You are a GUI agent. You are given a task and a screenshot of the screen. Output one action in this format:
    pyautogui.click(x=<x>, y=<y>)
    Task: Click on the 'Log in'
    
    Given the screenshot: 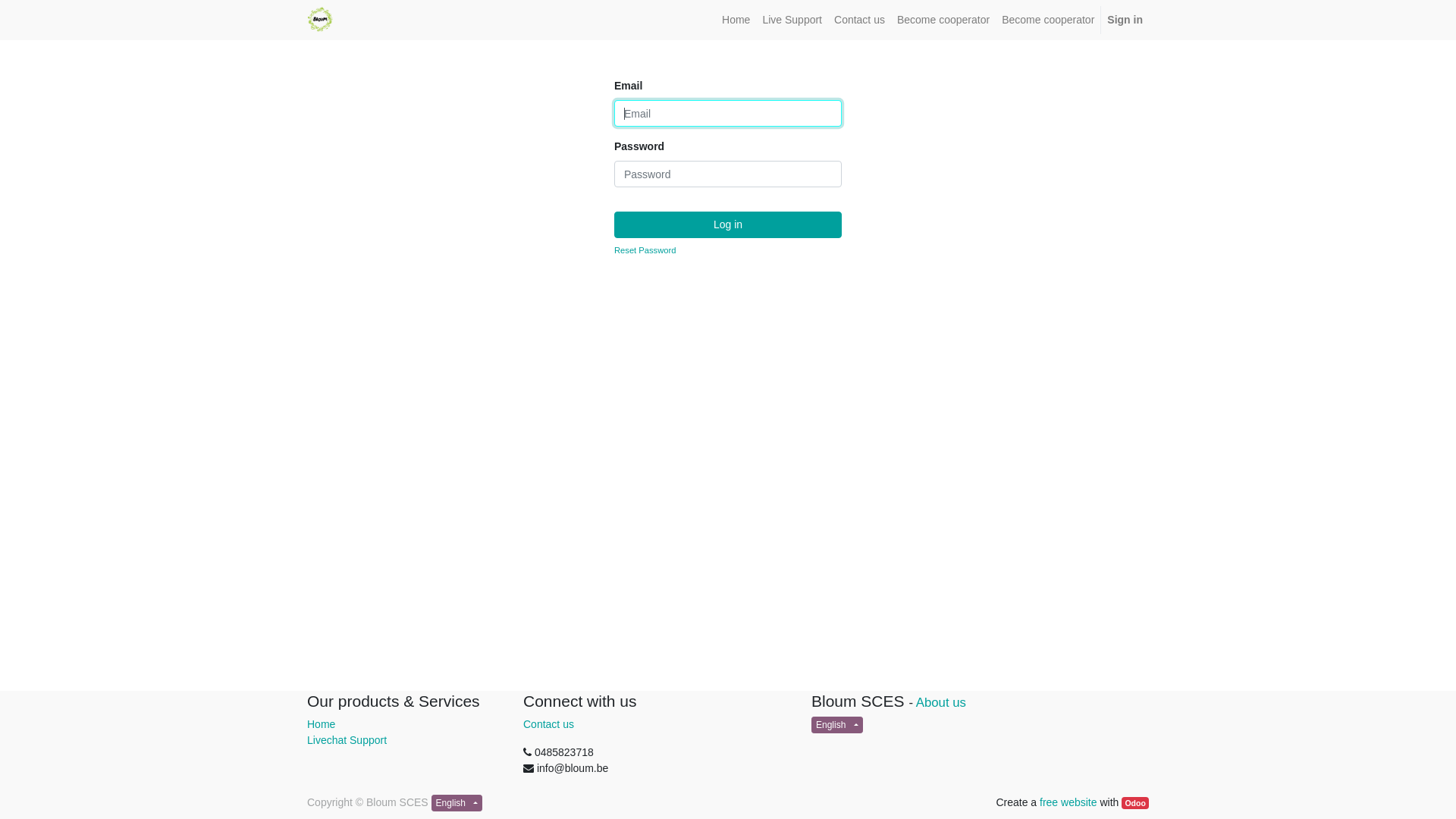 What is the action you would take?
    pyautogui.click(x=728, y=224)
    